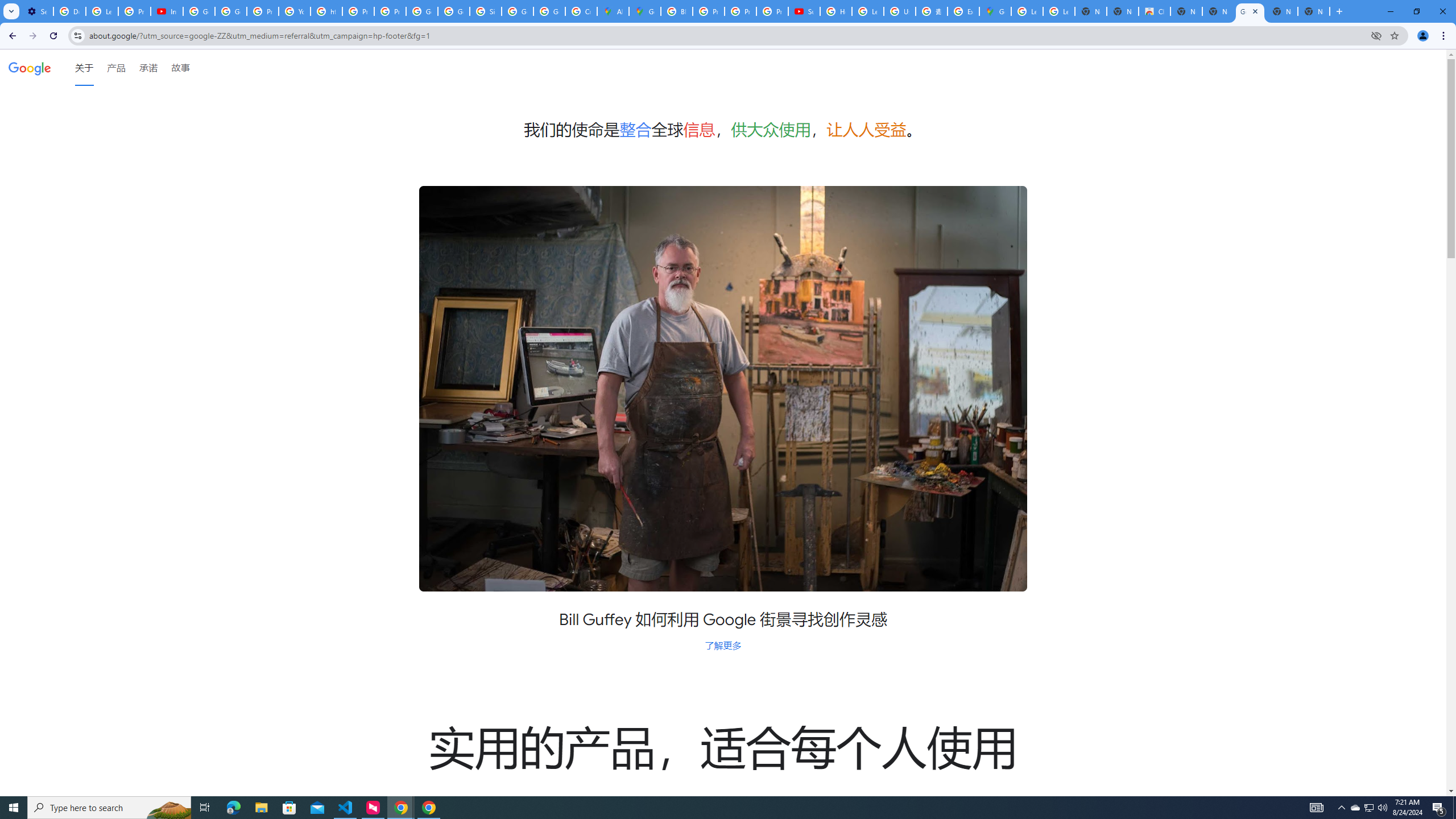 This screenshot has height=819, width=1456. What do you see at coordinates (485, 11) in the screenshot?
I see `'Sign in - Google Accounts'` at bounding box center [485, 11].